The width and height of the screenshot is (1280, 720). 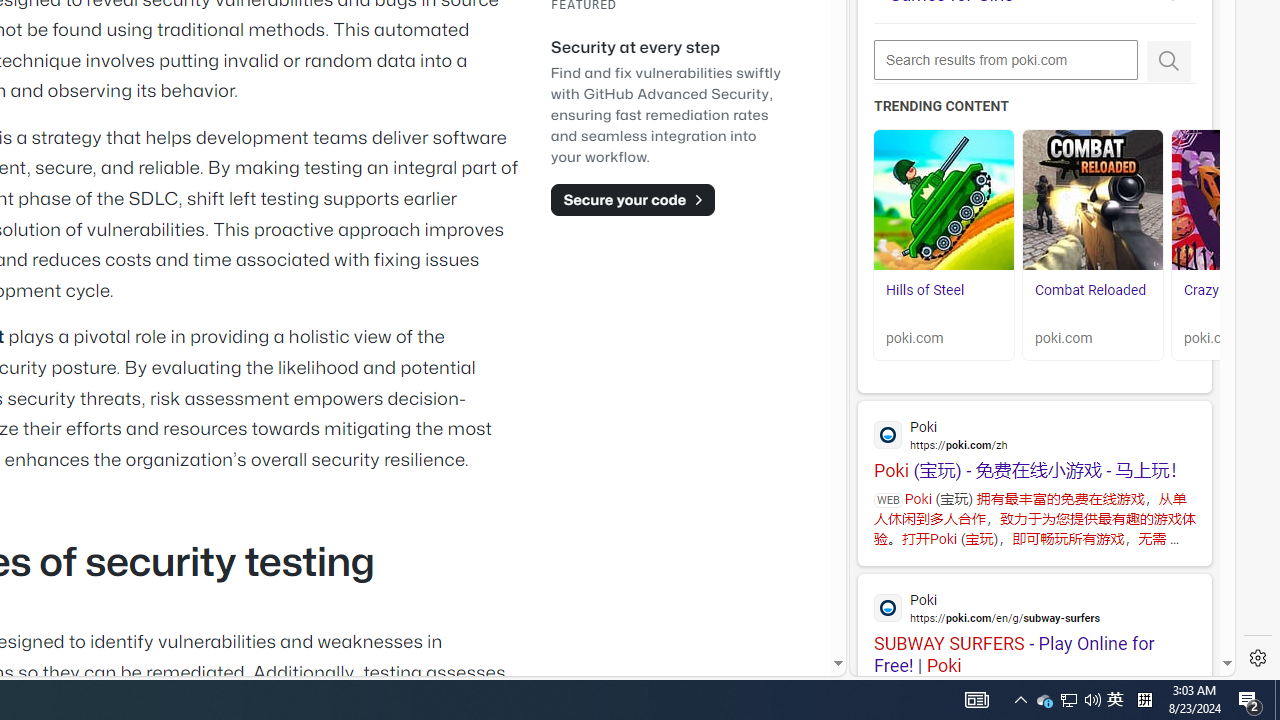 What do you see at coordinates (631, 199) in the screenshot?
I see `'Secure your code'` at bounding box center [631, 199].